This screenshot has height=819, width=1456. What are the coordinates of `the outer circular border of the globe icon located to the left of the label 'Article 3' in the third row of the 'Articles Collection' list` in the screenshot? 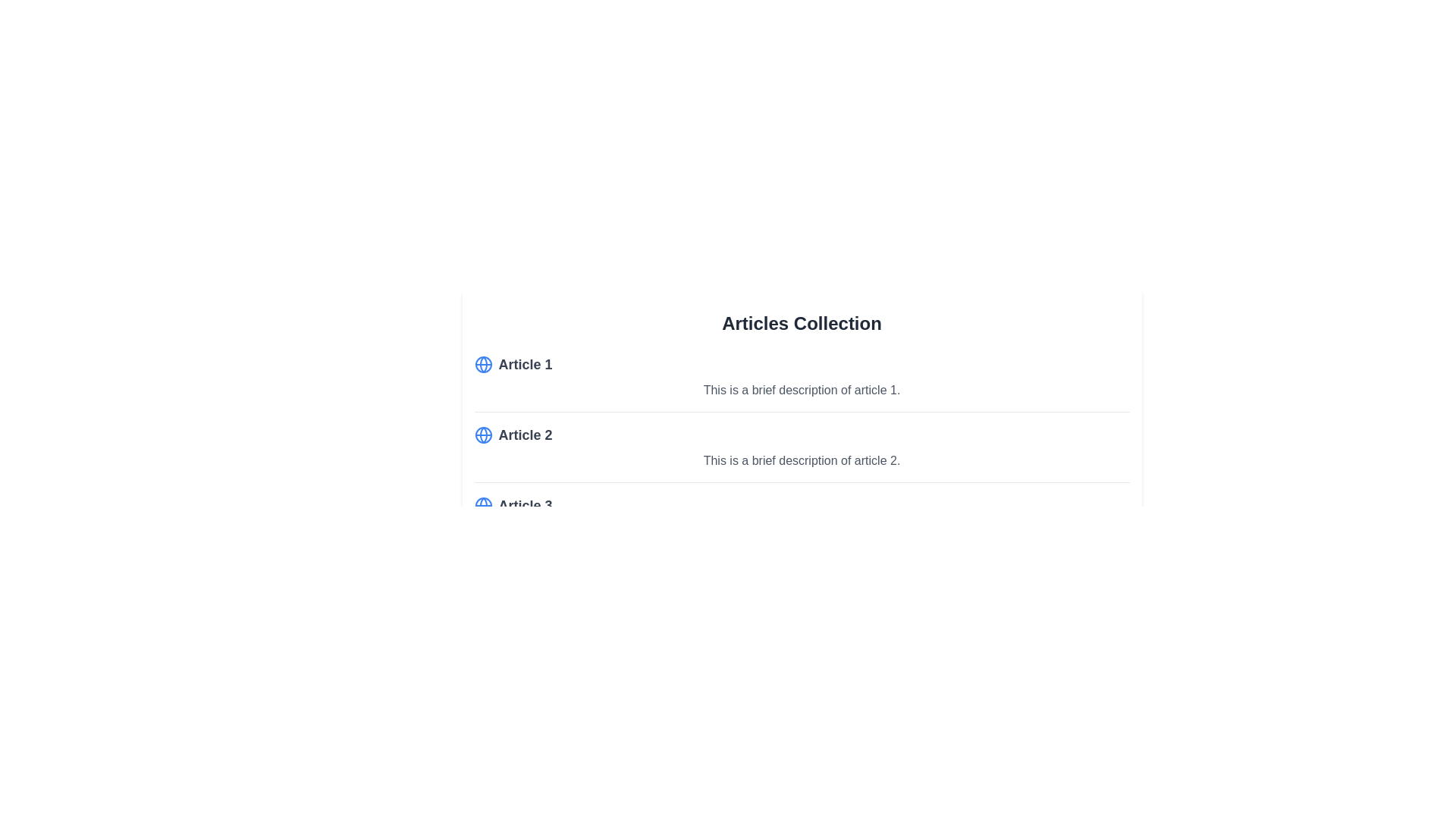 It's located at (482, 506).